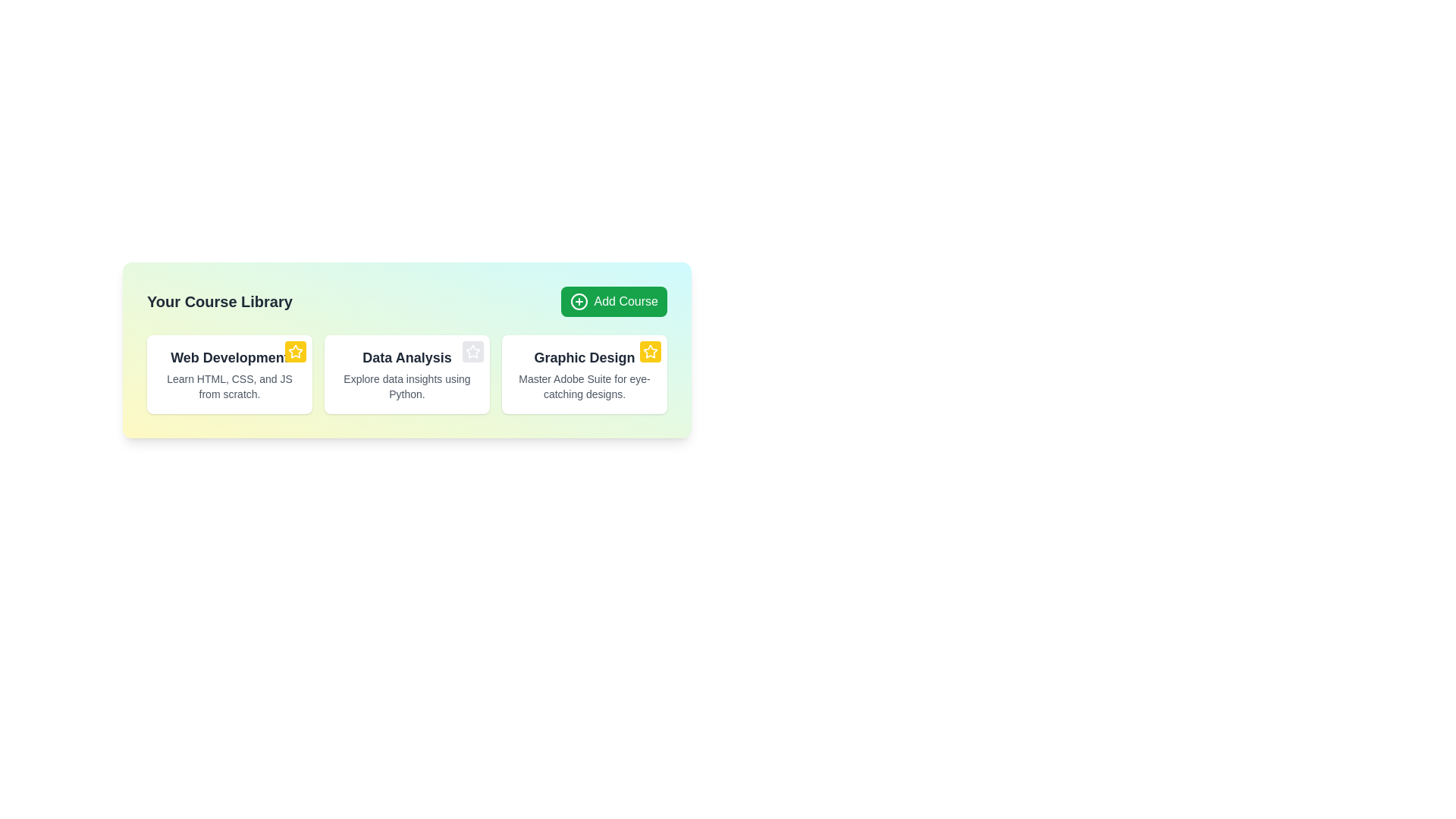 This screenshot has height=819, width=1456. I want to click on the small yellow star-shaped icon with a white outline located above the title 'Graphic Design' in the 'Your Course Library' section, so click(651, 351).